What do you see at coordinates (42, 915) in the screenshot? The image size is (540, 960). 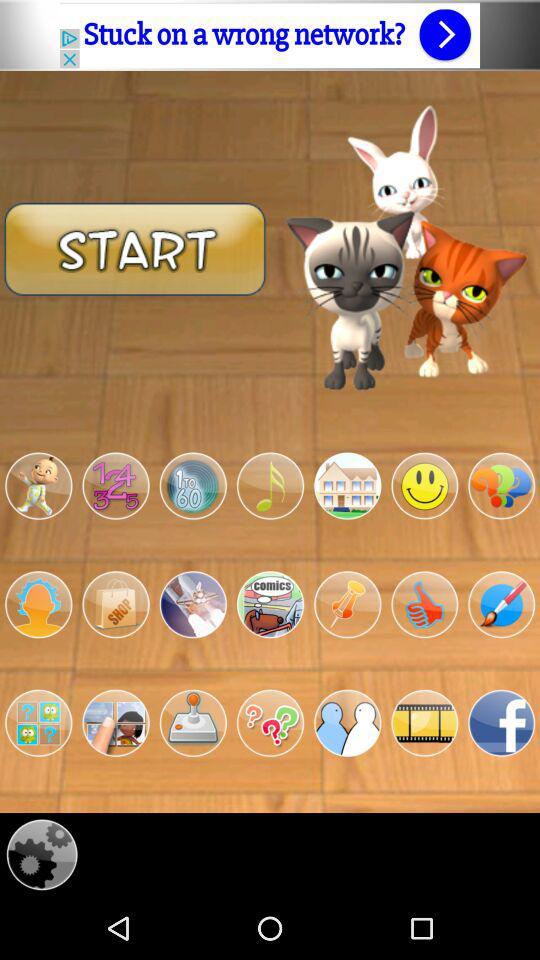 I see `the settings icon` at bounding box center [42, 915].